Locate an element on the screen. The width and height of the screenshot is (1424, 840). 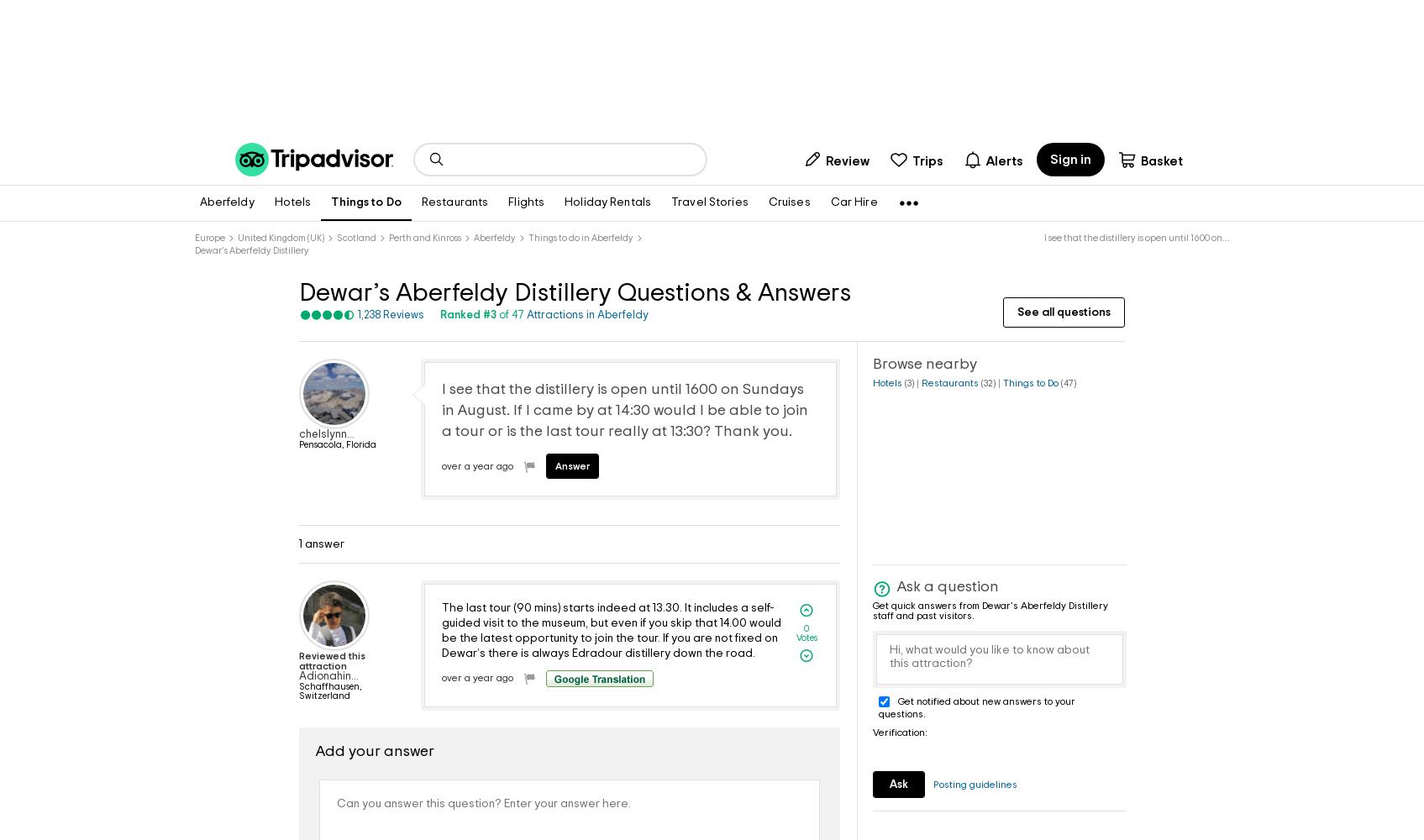
'Pensacola, Florida' is located at coordinates (338, 444).